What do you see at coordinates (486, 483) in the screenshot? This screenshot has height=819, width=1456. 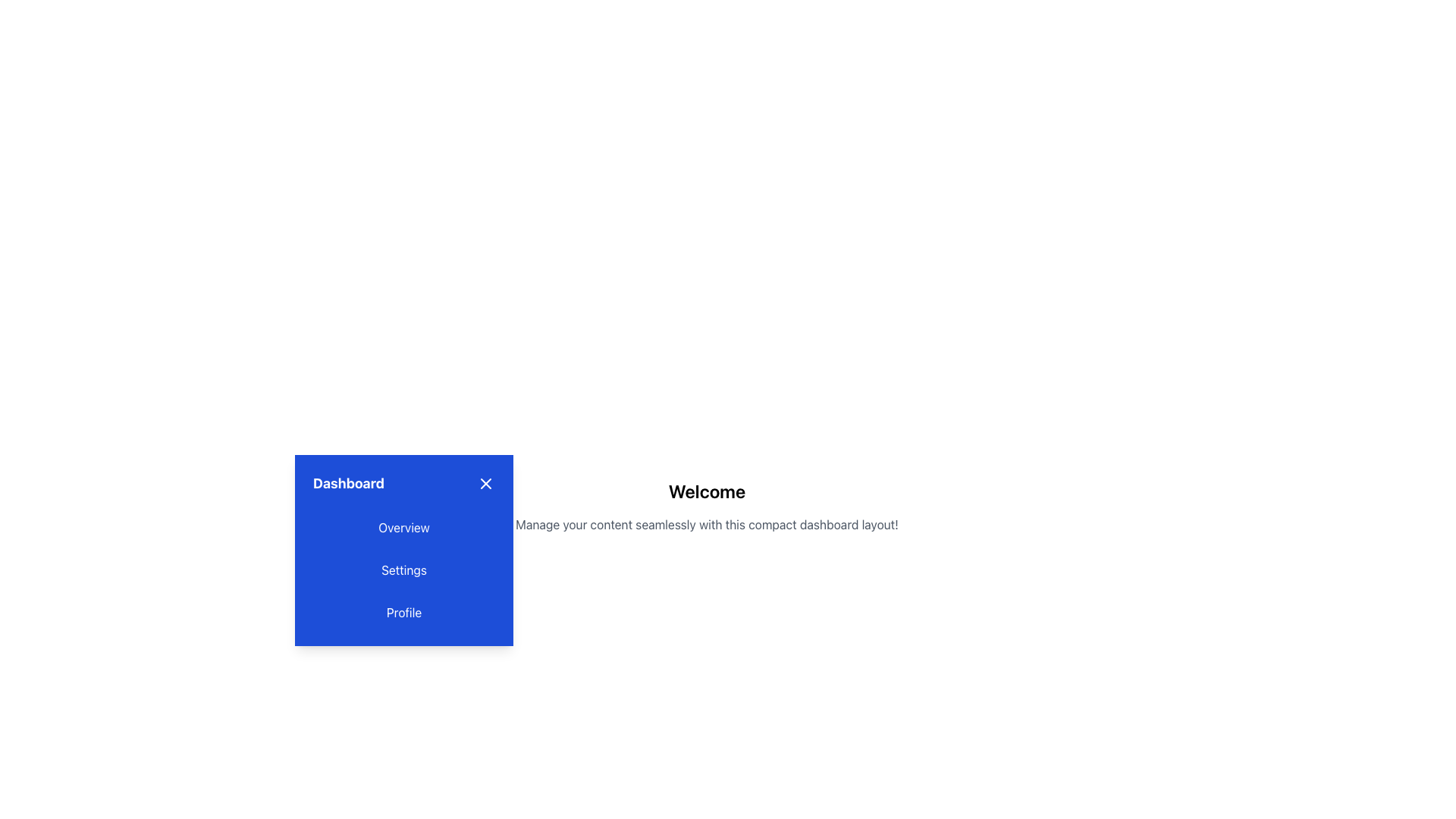 I see `the close button situated in the top-right corner of the blue 'Dashboard' panel to interact with it` at bounding box center [486, 483].